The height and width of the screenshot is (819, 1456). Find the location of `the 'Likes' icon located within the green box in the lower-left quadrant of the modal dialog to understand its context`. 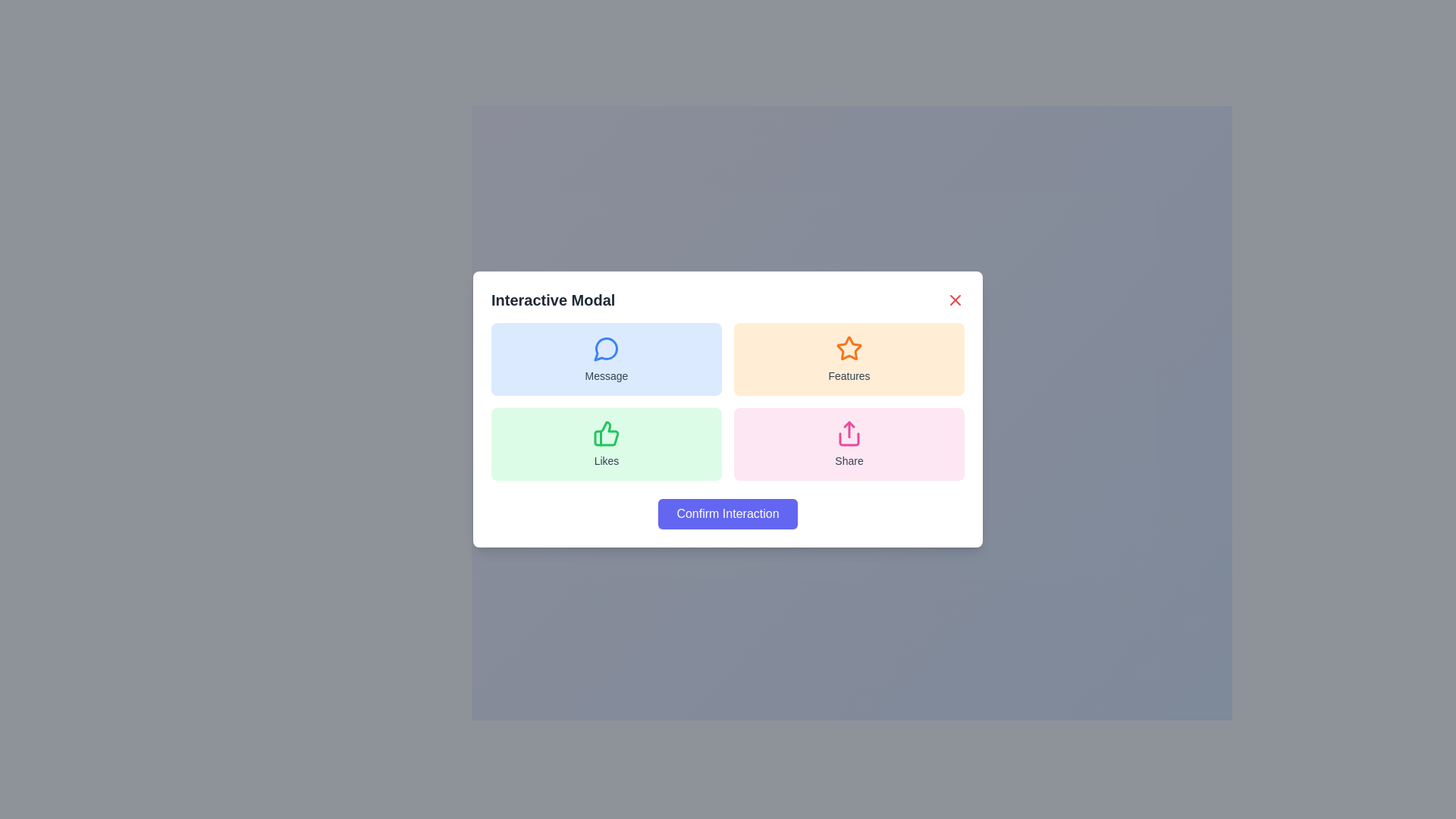

the 'Likes' icon located within the green box in the lower-left quadrant of the modal dialog to understand its context is located at coordinates (605, 433).